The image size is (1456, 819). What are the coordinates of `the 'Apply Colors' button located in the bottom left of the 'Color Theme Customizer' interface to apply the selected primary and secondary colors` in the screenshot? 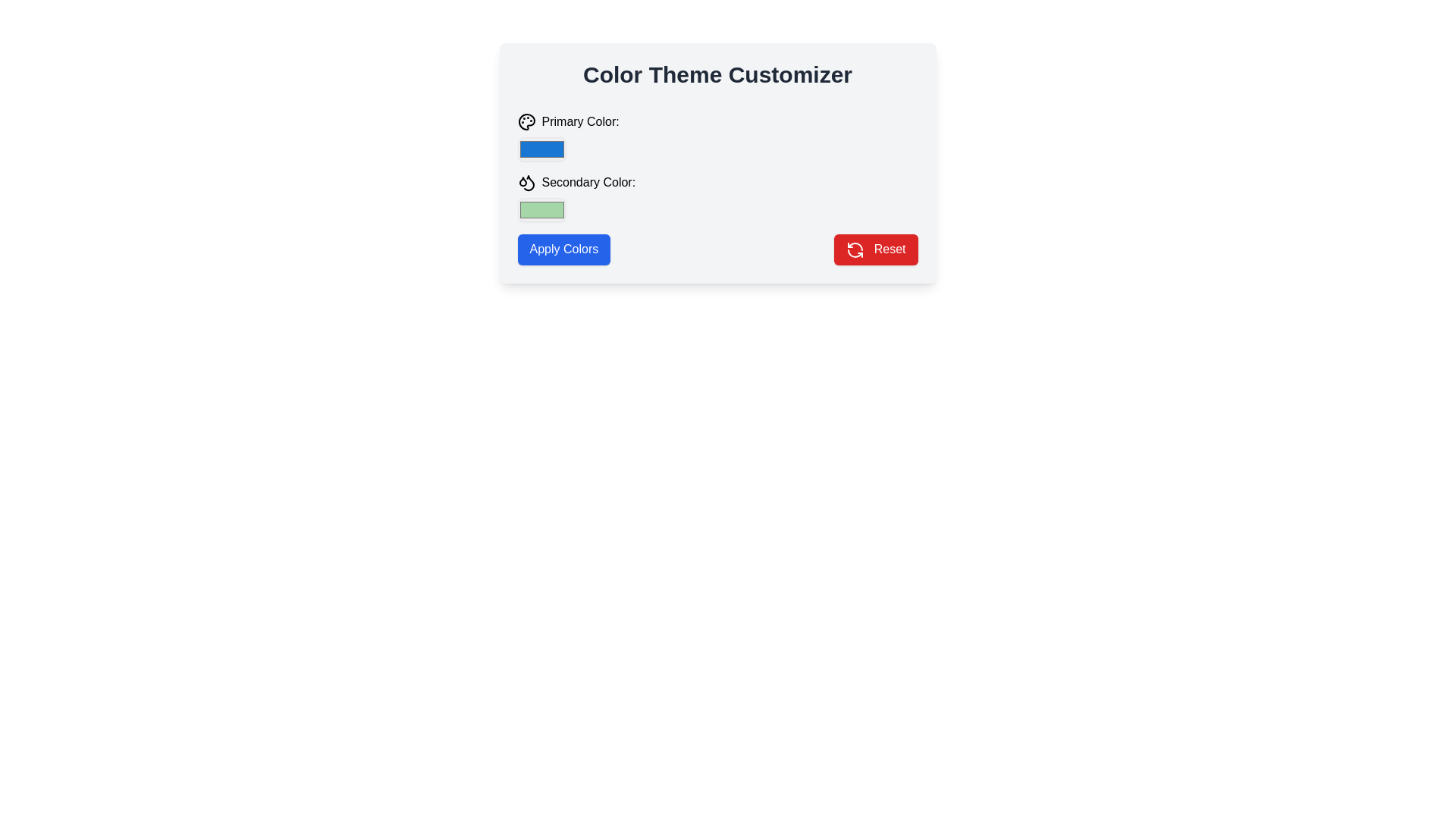 It's located at (563, 249).